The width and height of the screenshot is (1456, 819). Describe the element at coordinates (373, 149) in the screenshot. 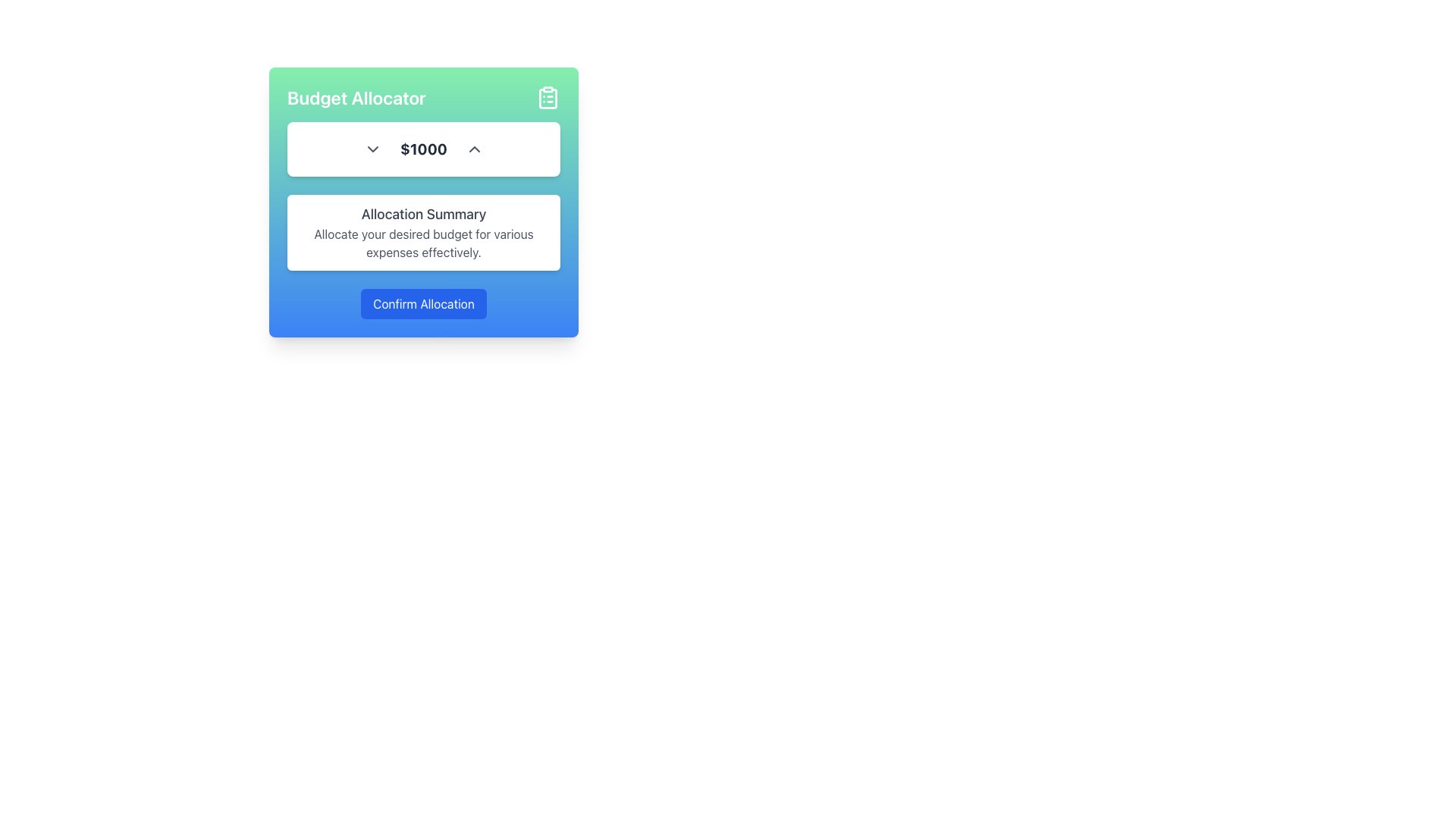

I see `the dropdown indicator button located to the left of the text '$1000' within a white, rounded rectangle box` at that location.